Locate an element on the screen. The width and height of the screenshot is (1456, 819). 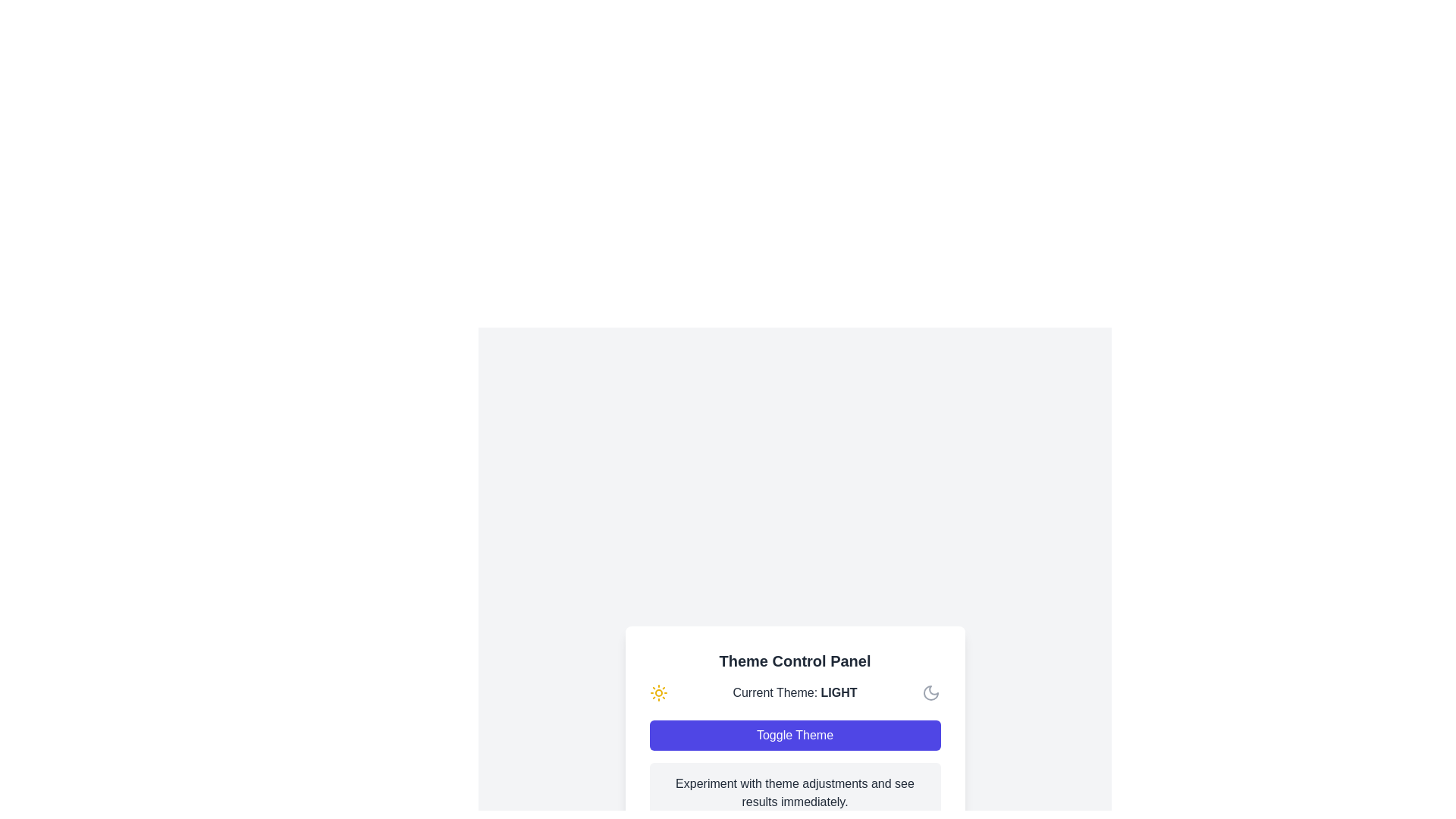
the static text displaying 'Current Theme: LIGHT', which is centrally positioned above the 'Toggle Theme' button in the 'Theme Control Panel' card is located at coordinates (794, 693).